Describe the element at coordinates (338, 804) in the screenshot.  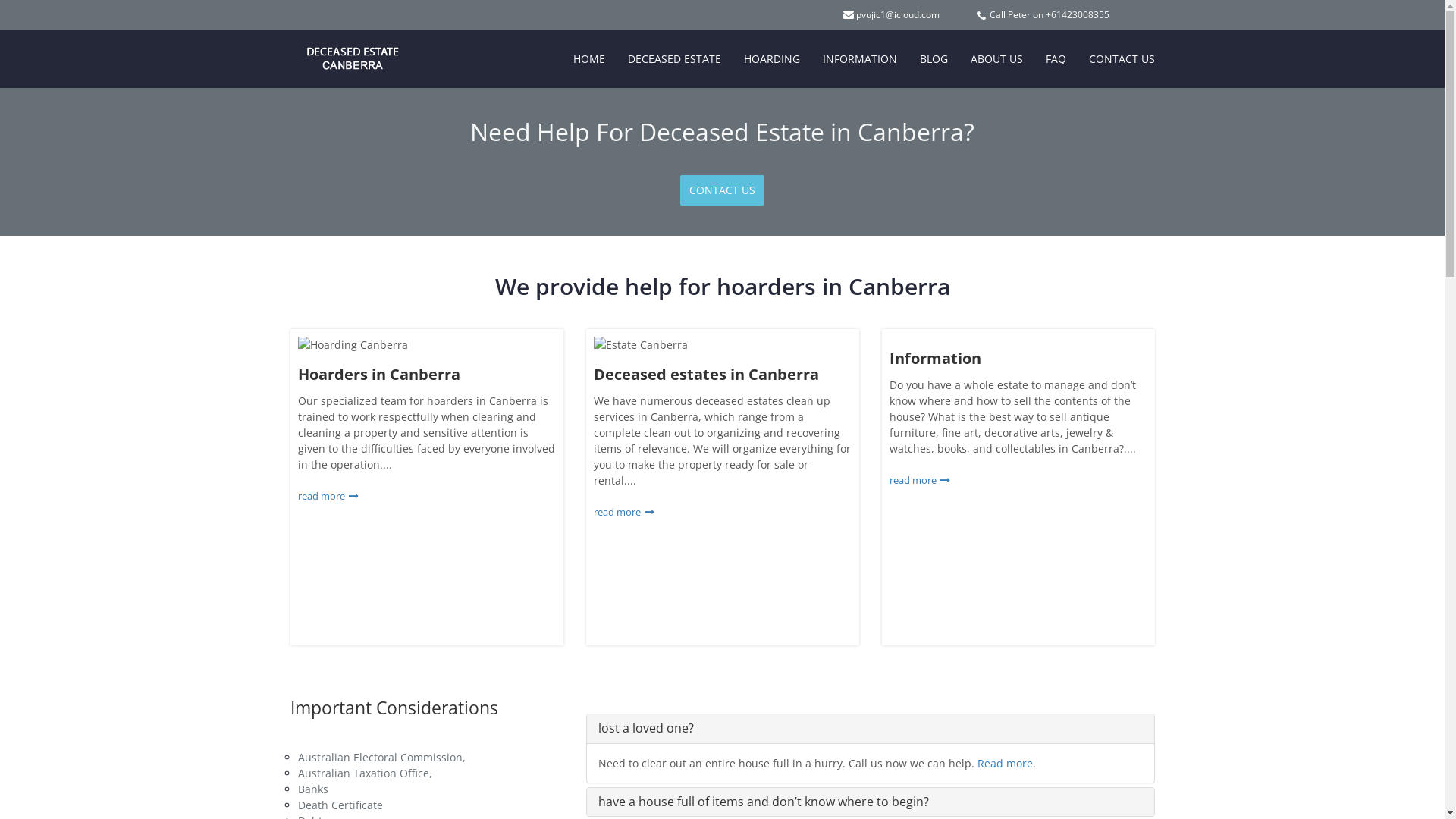
I see `'Death Certificate'` at that location.